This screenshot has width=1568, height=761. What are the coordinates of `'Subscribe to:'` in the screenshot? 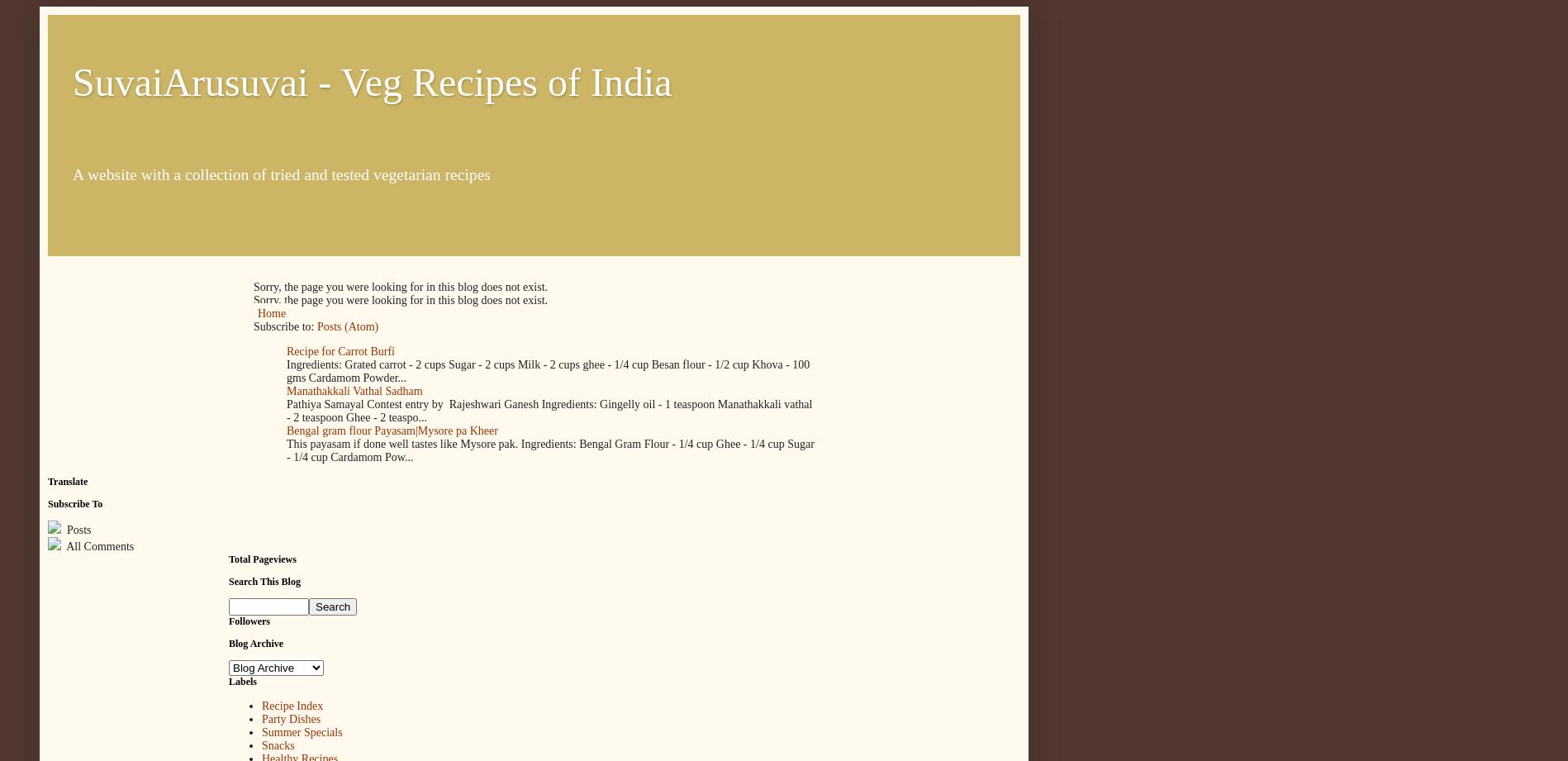 It's located at (285, 326).